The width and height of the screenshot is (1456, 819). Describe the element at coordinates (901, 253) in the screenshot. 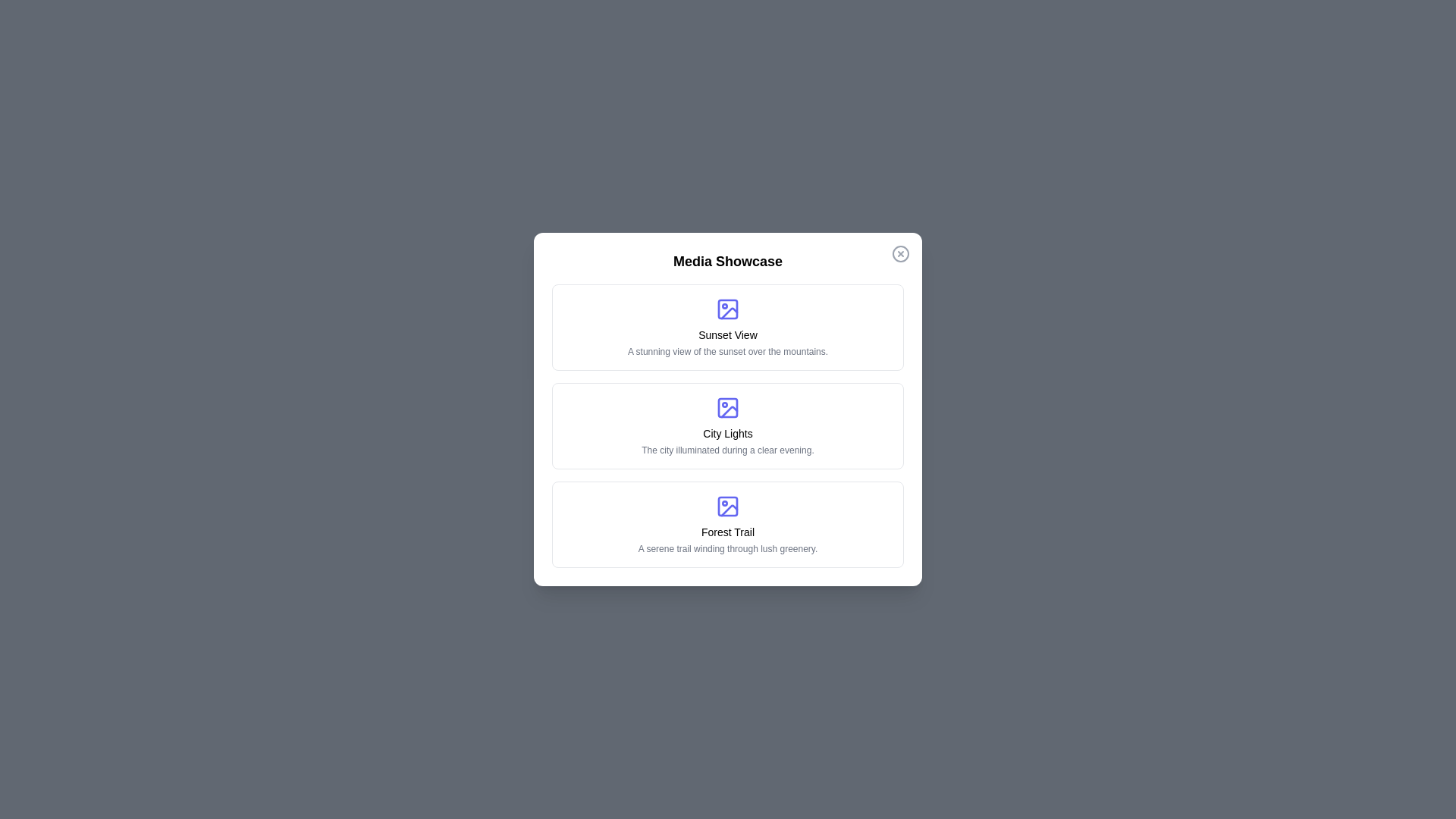

I see `the close button to close the Media Showcase Dialog` at that location.